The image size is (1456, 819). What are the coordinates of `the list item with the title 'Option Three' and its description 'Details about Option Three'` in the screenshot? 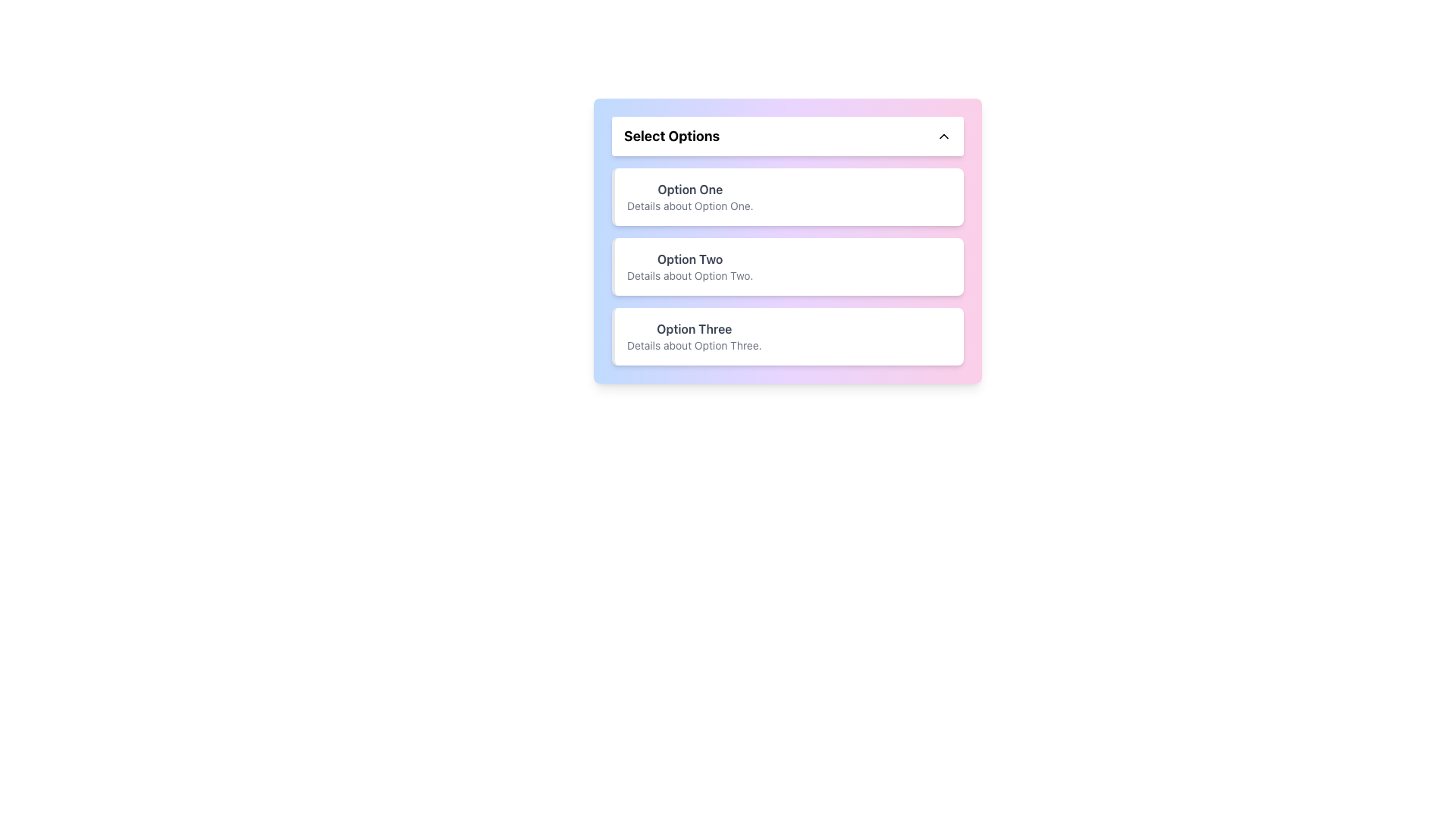 It's located at (693, 335).